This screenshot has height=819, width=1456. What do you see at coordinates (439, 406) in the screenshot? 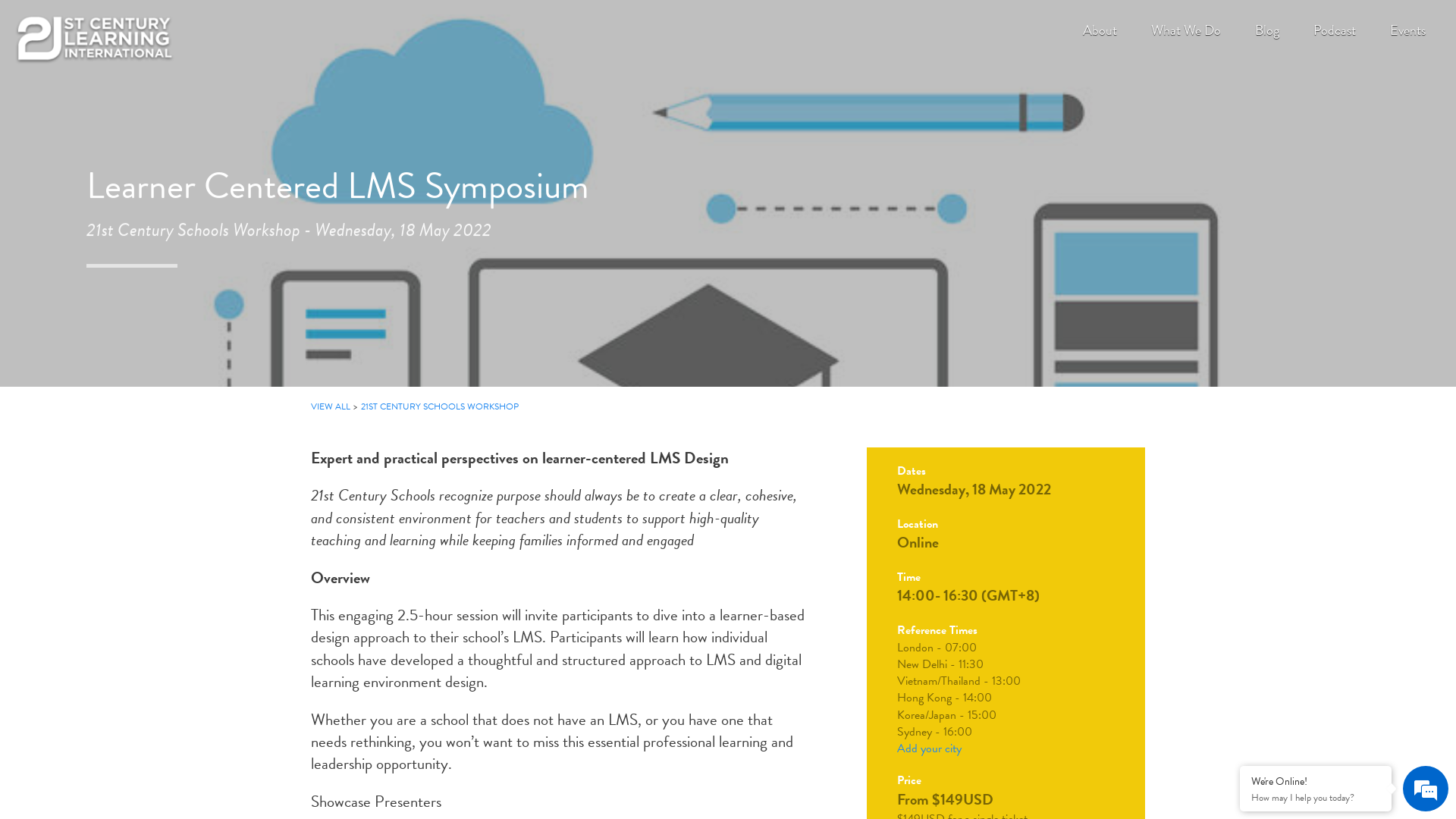
I see `'21ST CENTURY SCHOOLS WORKSHOP'` at bounding box center [439, 406].